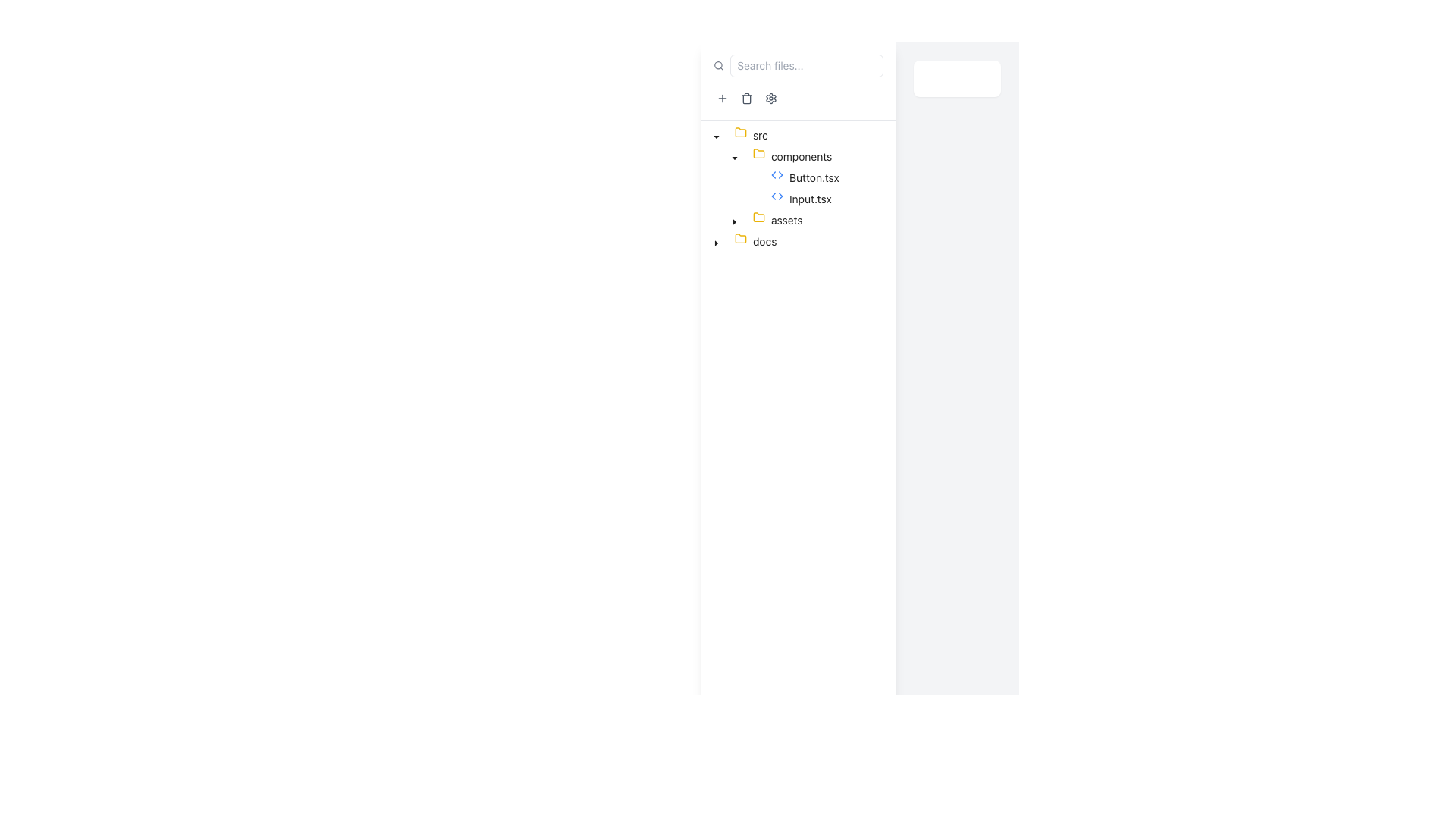 The height and width of the screenshot is (819, 1456). I want to click on the text label 'components' which identifies the components section in the hierarchical file explorer, so click(801, 156).